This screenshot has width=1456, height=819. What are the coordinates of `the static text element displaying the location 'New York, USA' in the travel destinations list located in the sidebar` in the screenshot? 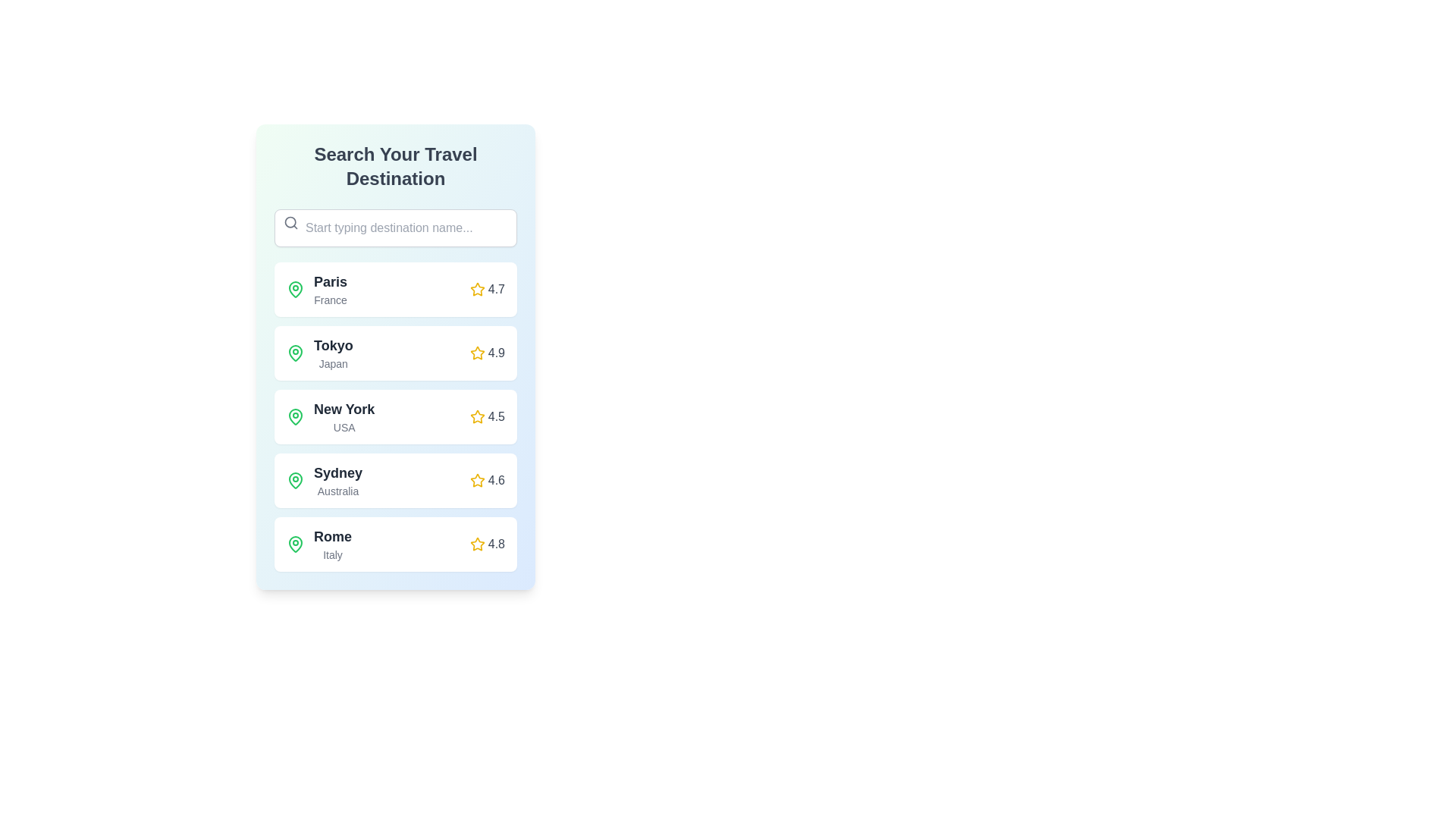 It's located at (344, 417).